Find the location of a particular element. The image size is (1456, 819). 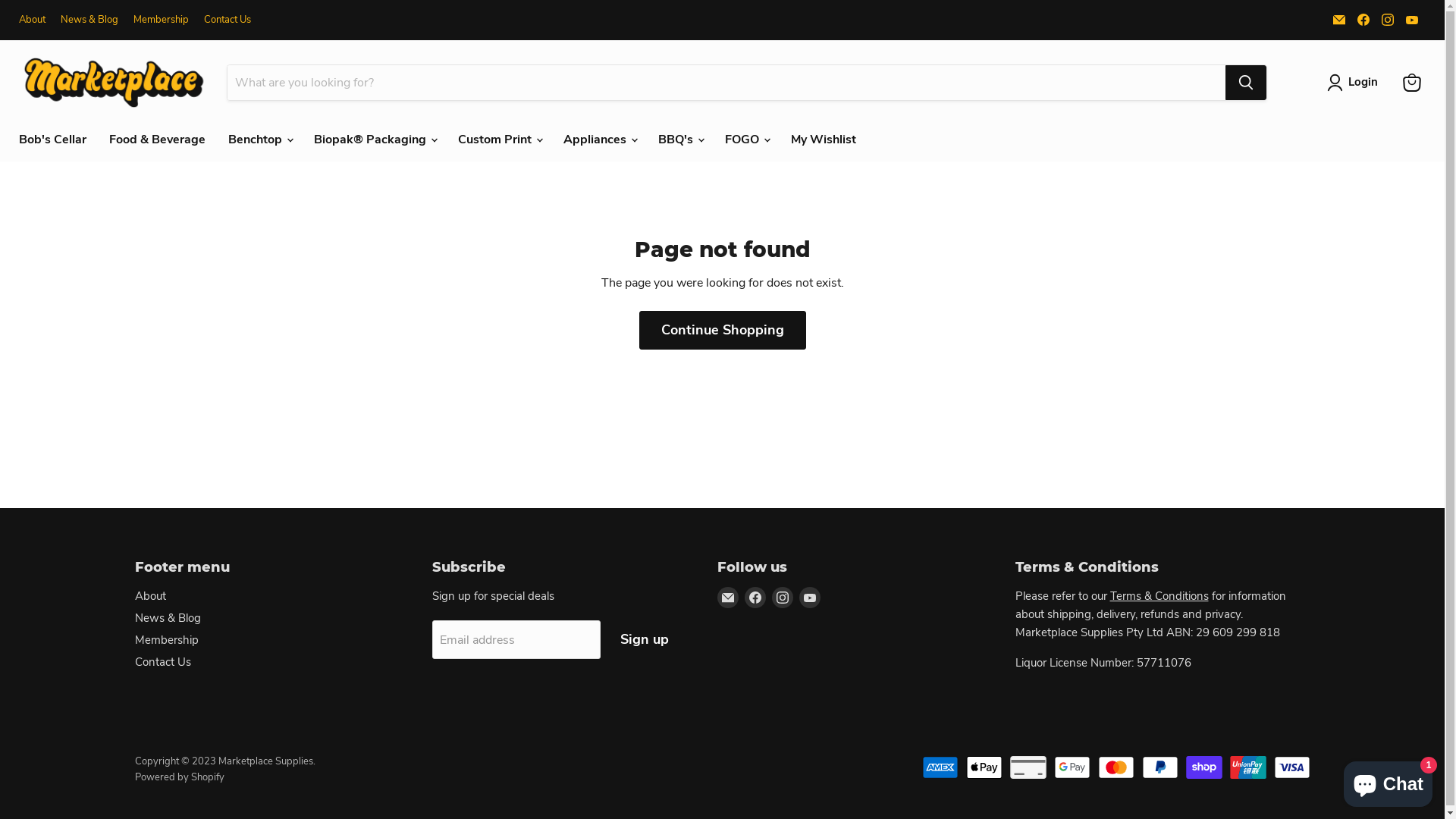

'About' is located at coordinates (150, 595).